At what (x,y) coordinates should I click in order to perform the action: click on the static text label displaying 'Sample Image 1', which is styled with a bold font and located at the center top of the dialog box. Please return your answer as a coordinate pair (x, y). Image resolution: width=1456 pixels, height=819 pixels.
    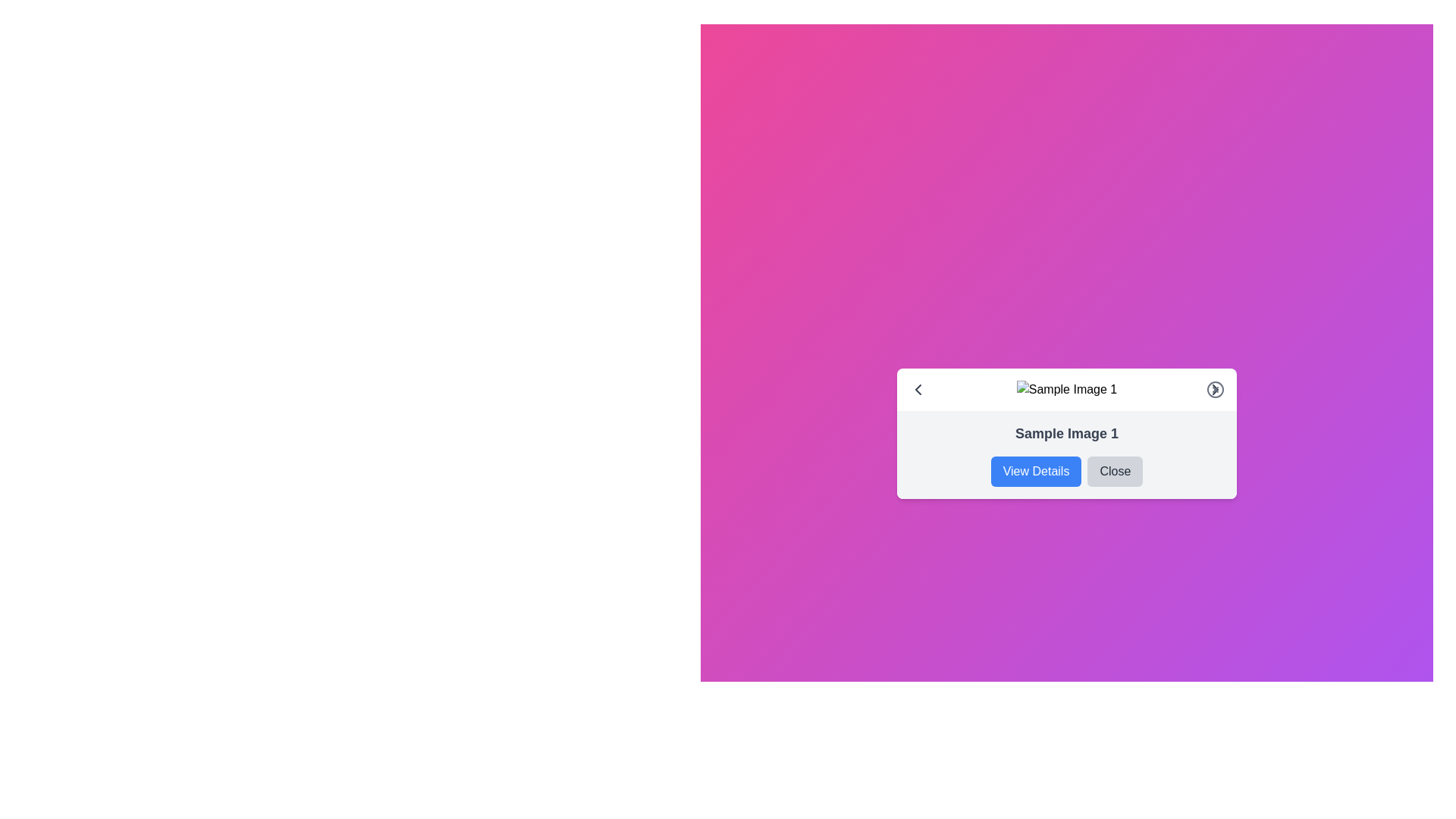
    Looking at the image, I should click on (1065, 433).